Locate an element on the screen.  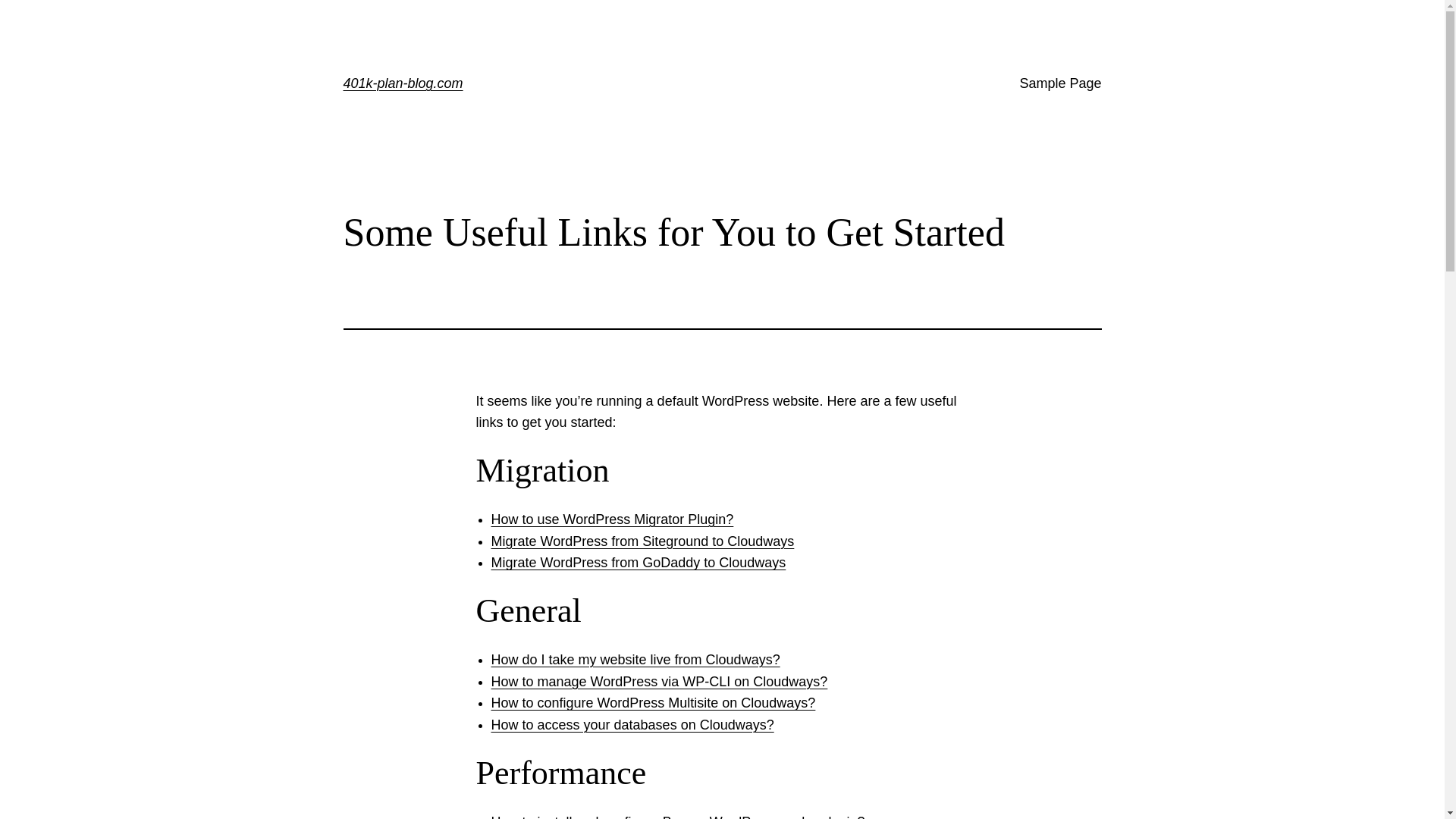
'How to access your databases on Cloudways?' is located at coordinates (632, 724).